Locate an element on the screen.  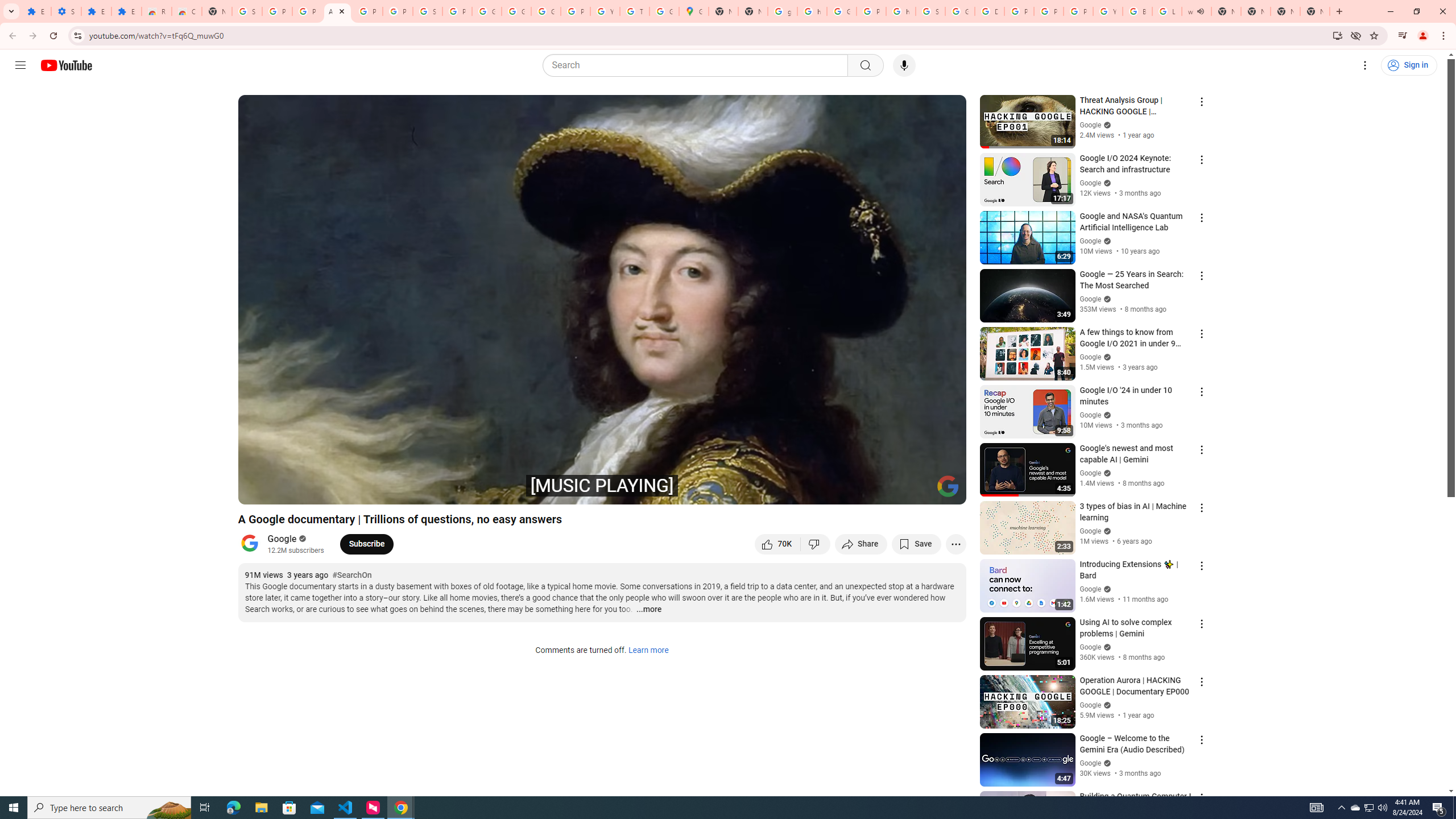
'Dislike this video' is located at coordinates (816, 543).